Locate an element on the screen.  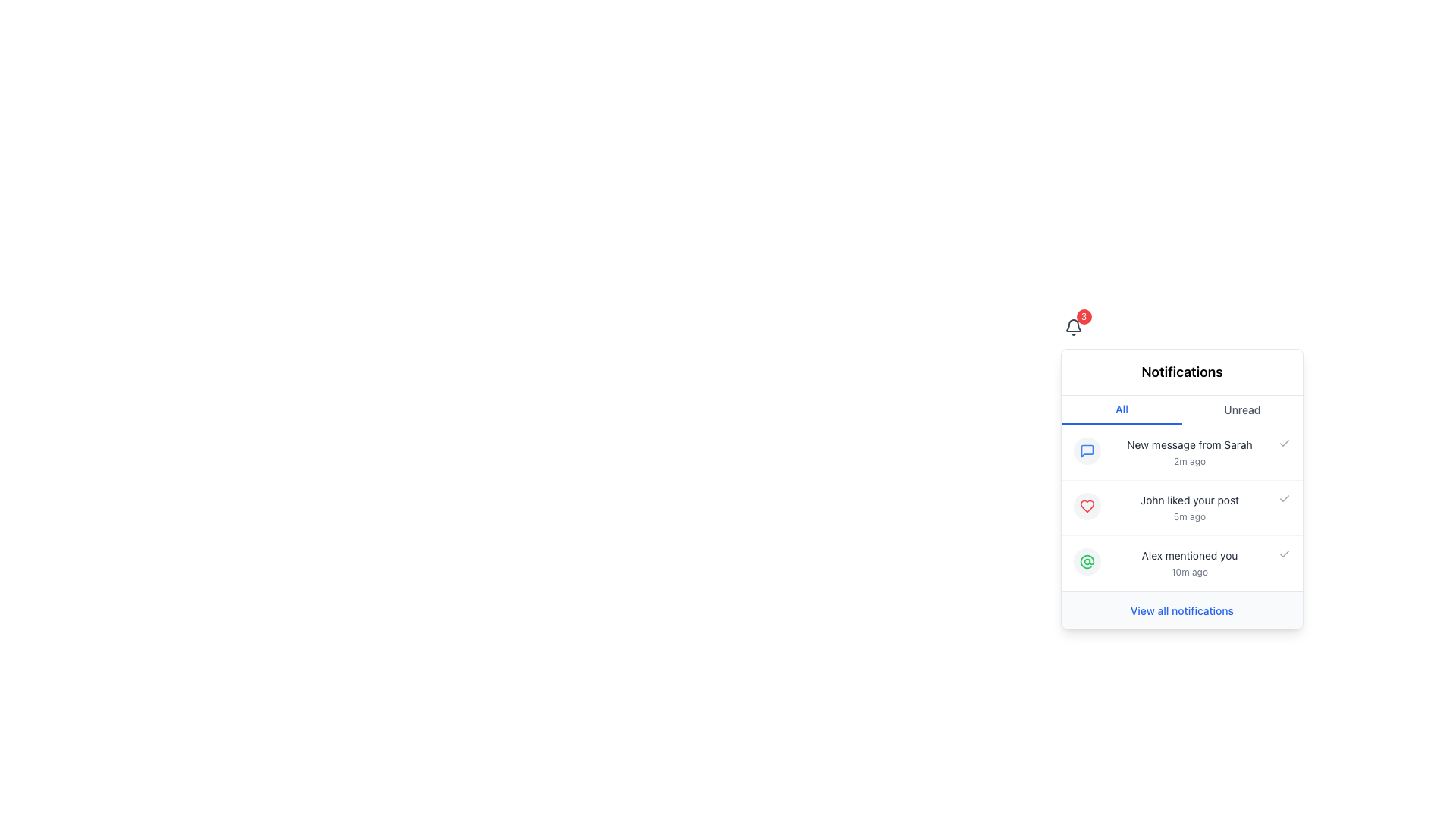
notification text 'Alex mentioned you' from the notification item, which is the third entry in the notifications dropdown is located at coordinates (1181, 563).